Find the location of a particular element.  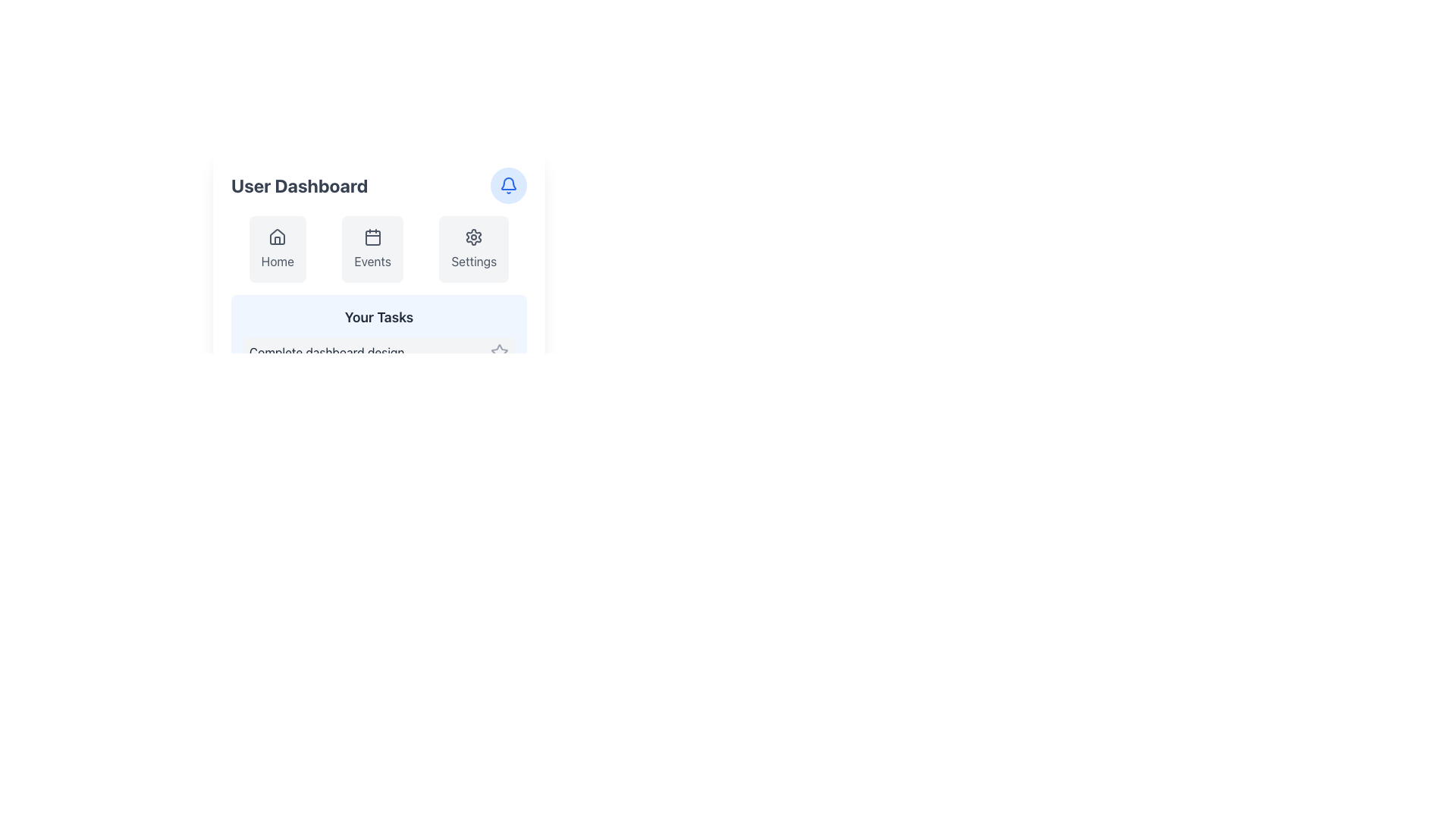

the second card in the horizontal menu, which serves as a navigation option is located at coordinates (372, 248).